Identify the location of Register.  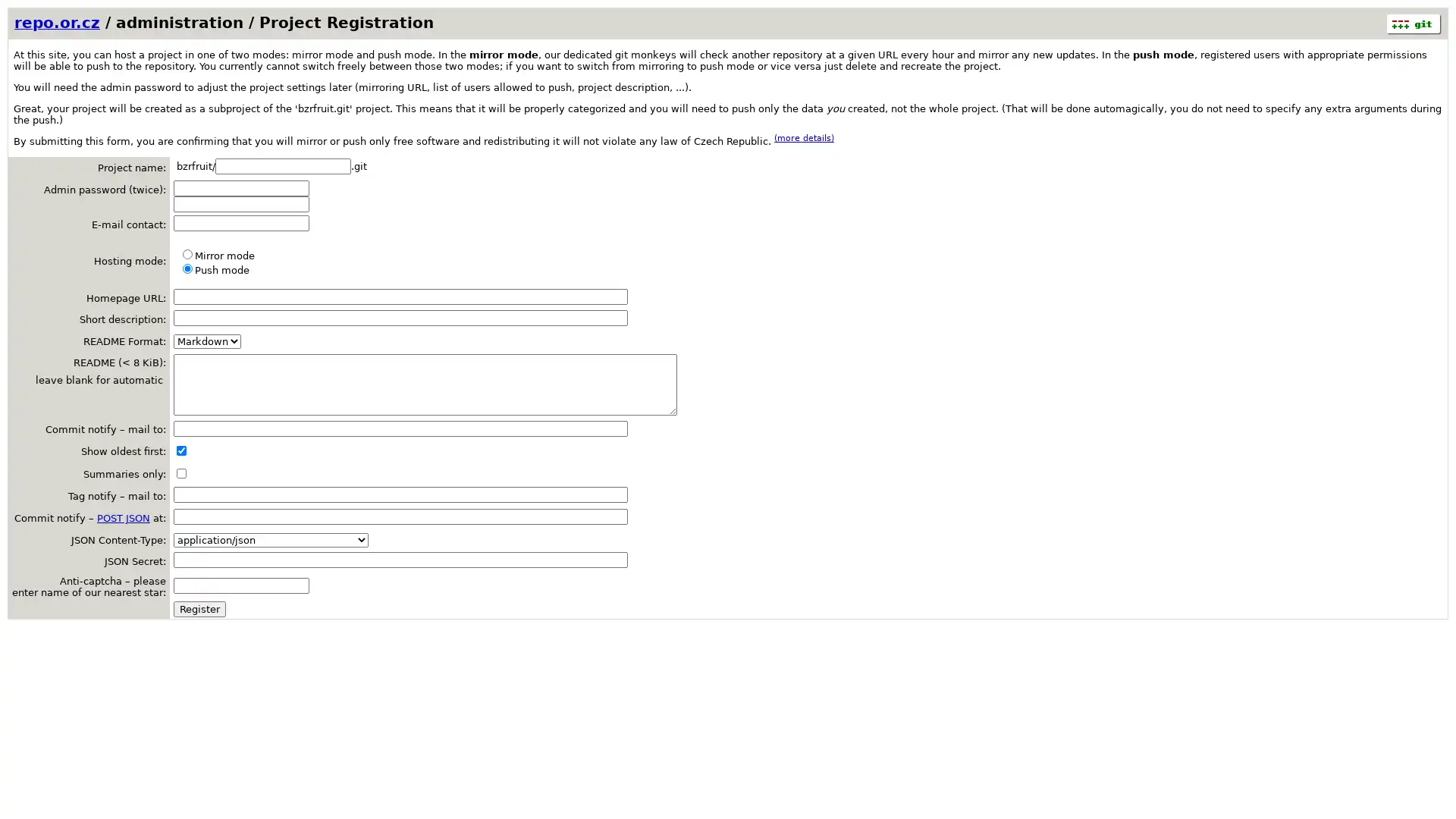
(199, 607).